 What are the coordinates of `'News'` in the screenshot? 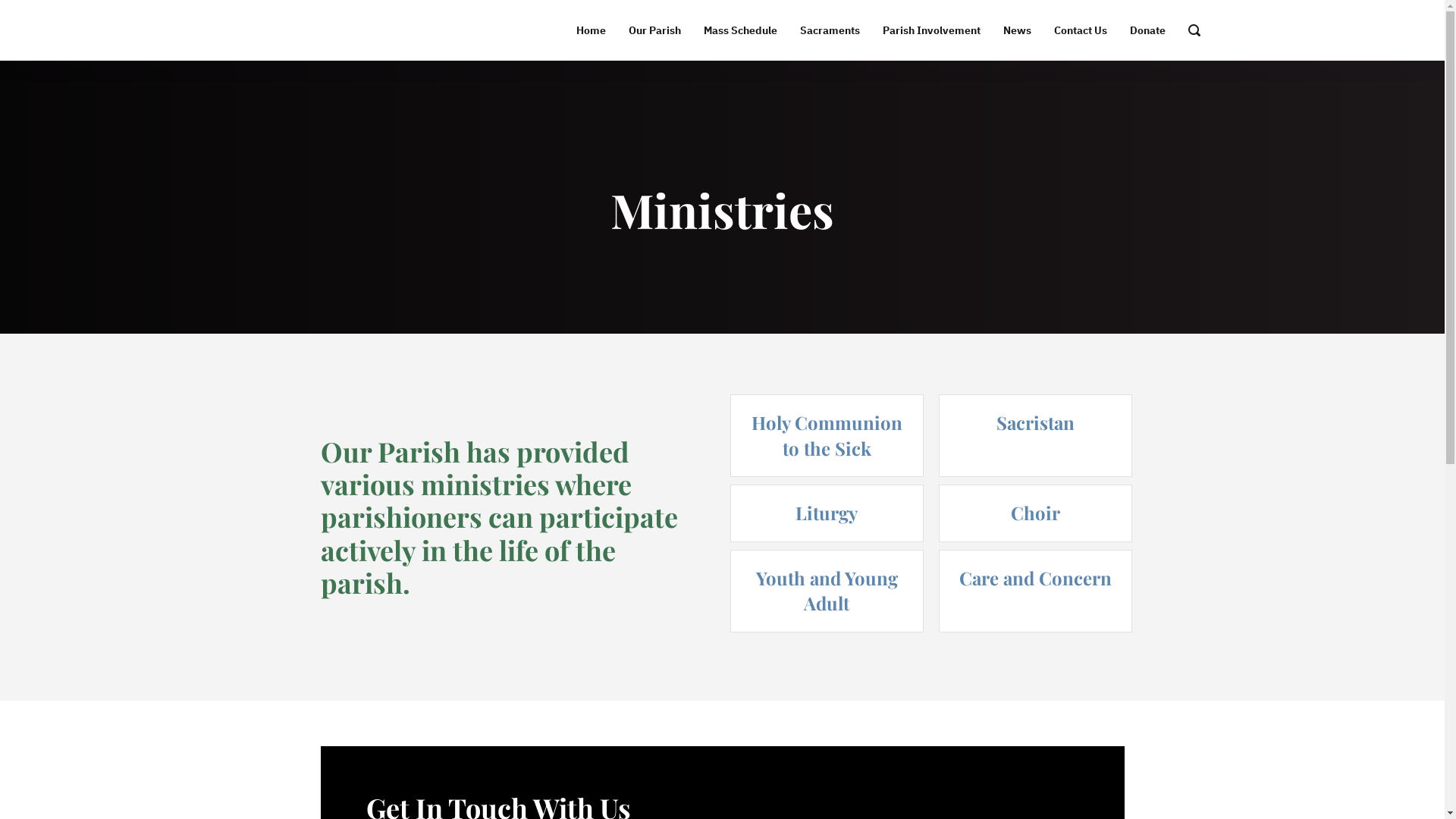 It's located at (1017, 30).